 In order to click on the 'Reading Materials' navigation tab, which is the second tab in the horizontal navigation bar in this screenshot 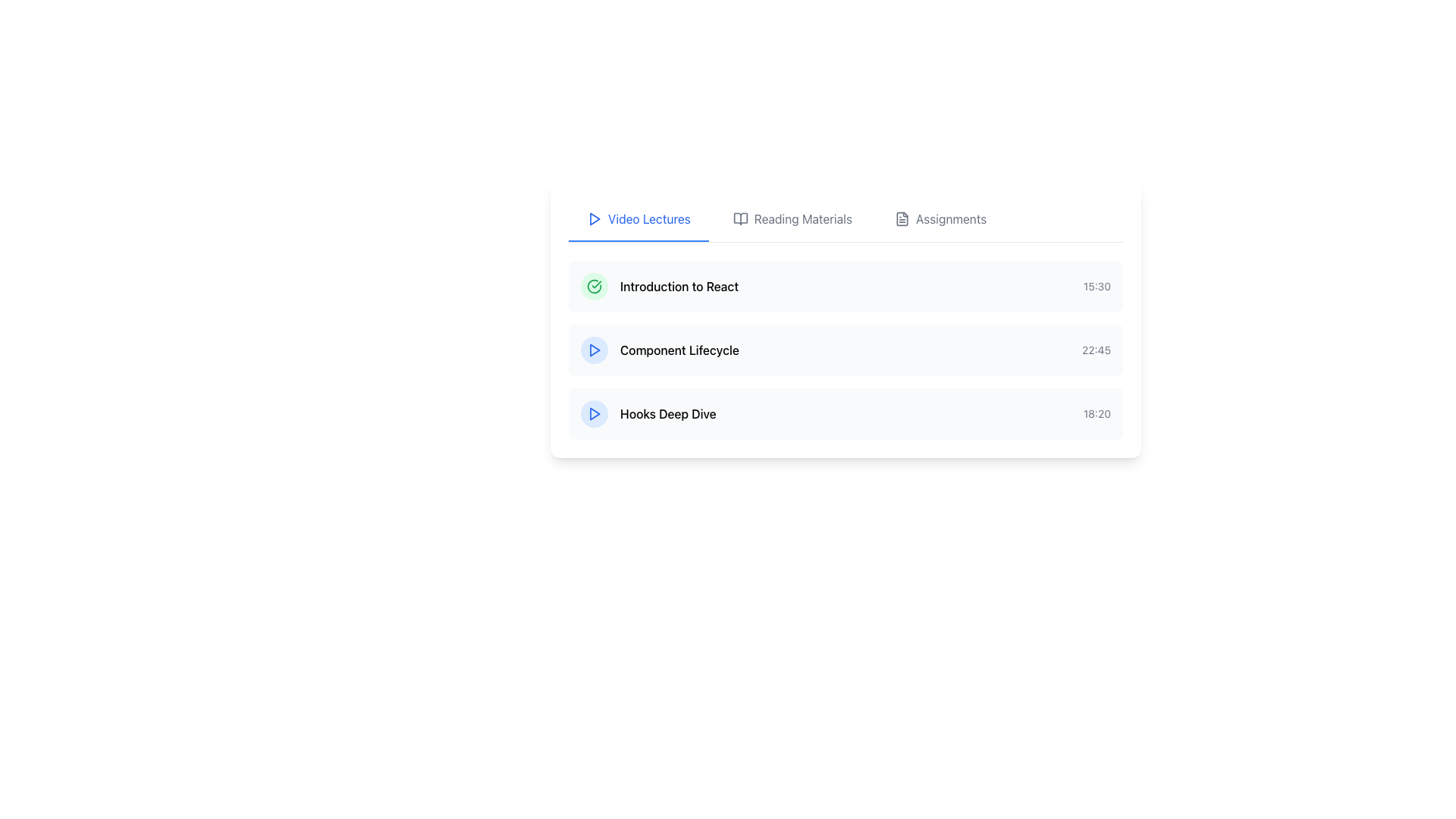, I will do `click(792, 219)`.